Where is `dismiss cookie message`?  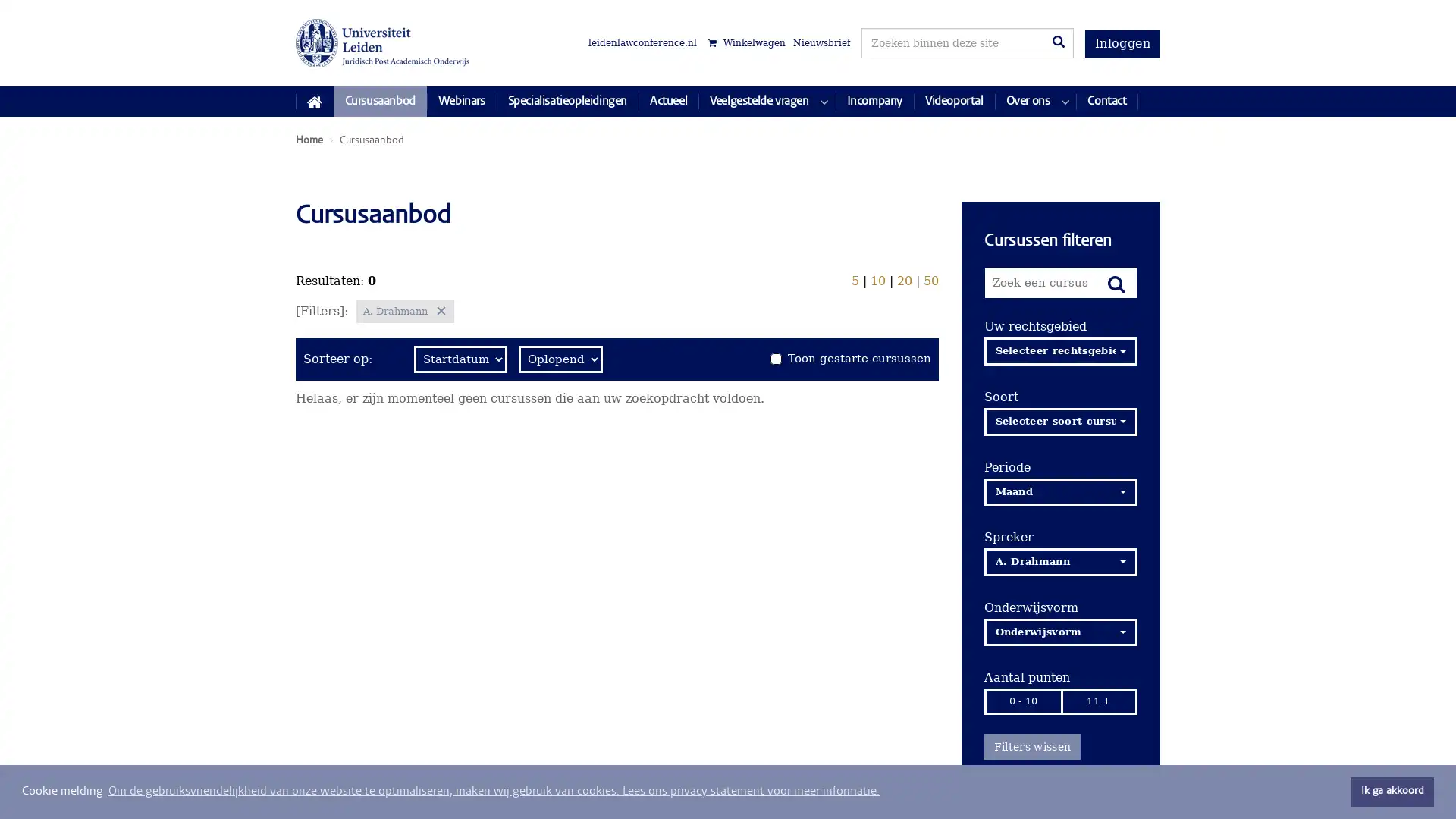 dismiss cookie message is located at coordinates (1392, 791).